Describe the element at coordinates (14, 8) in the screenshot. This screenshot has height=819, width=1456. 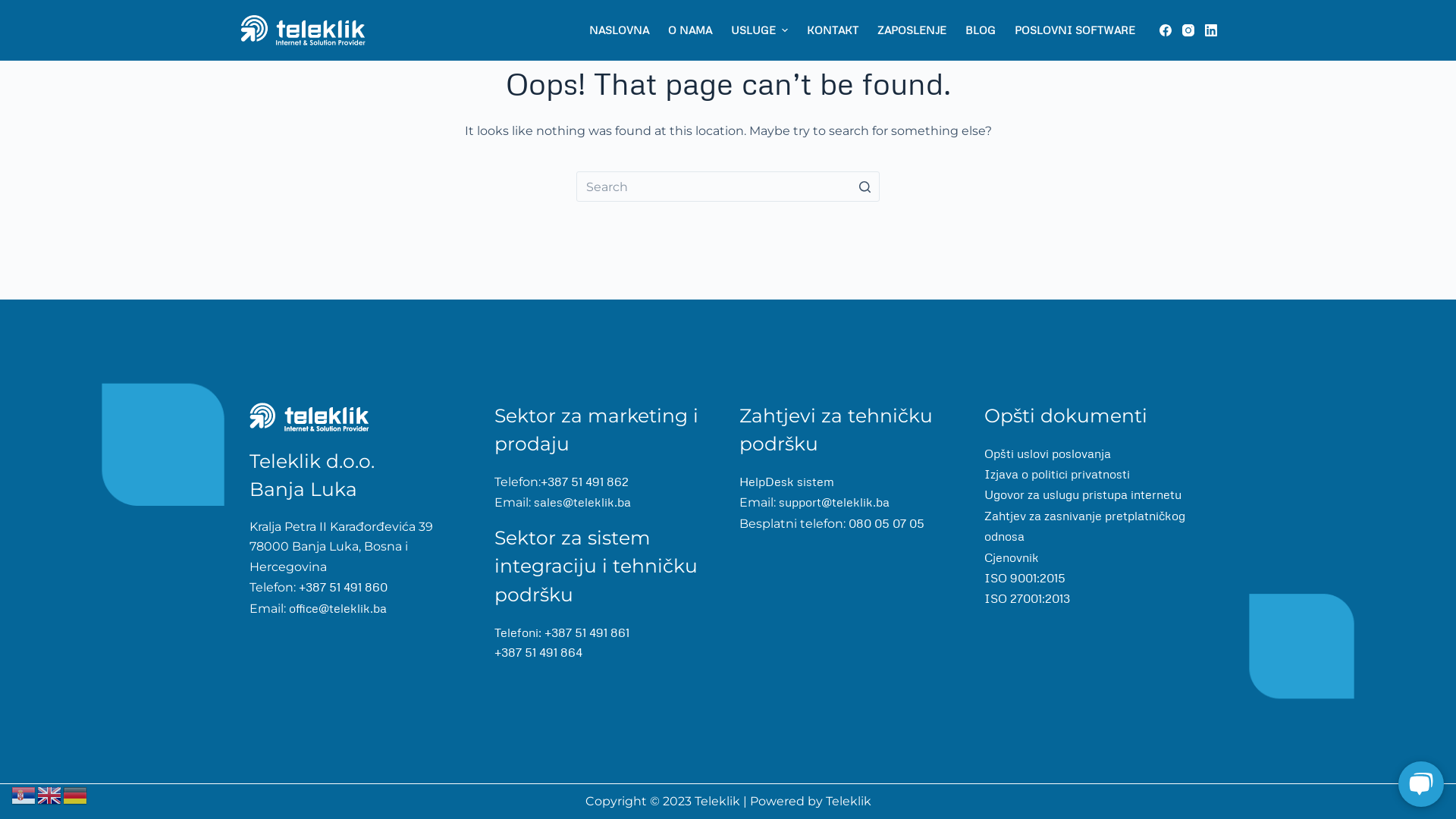
I see `'Skip to content'` at that location.